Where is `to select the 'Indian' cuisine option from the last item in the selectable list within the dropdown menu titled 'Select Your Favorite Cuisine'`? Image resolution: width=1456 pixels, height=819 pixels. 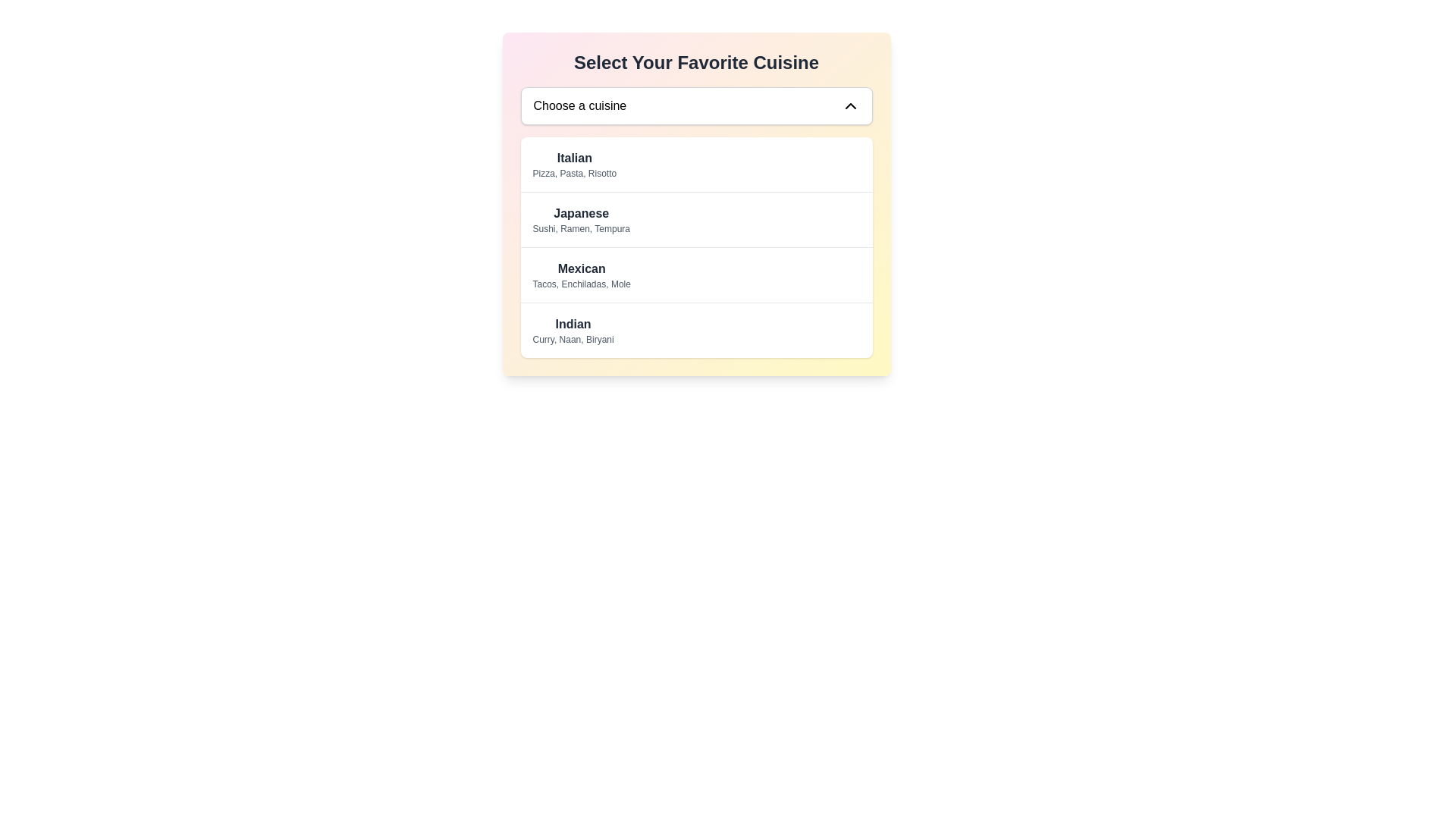
to select the 'Indian' cuisine option from the last item in the selectable list within the dropdown menu titled 'Select Your Favorite Cuisine' is located at coordinates (572, 329).